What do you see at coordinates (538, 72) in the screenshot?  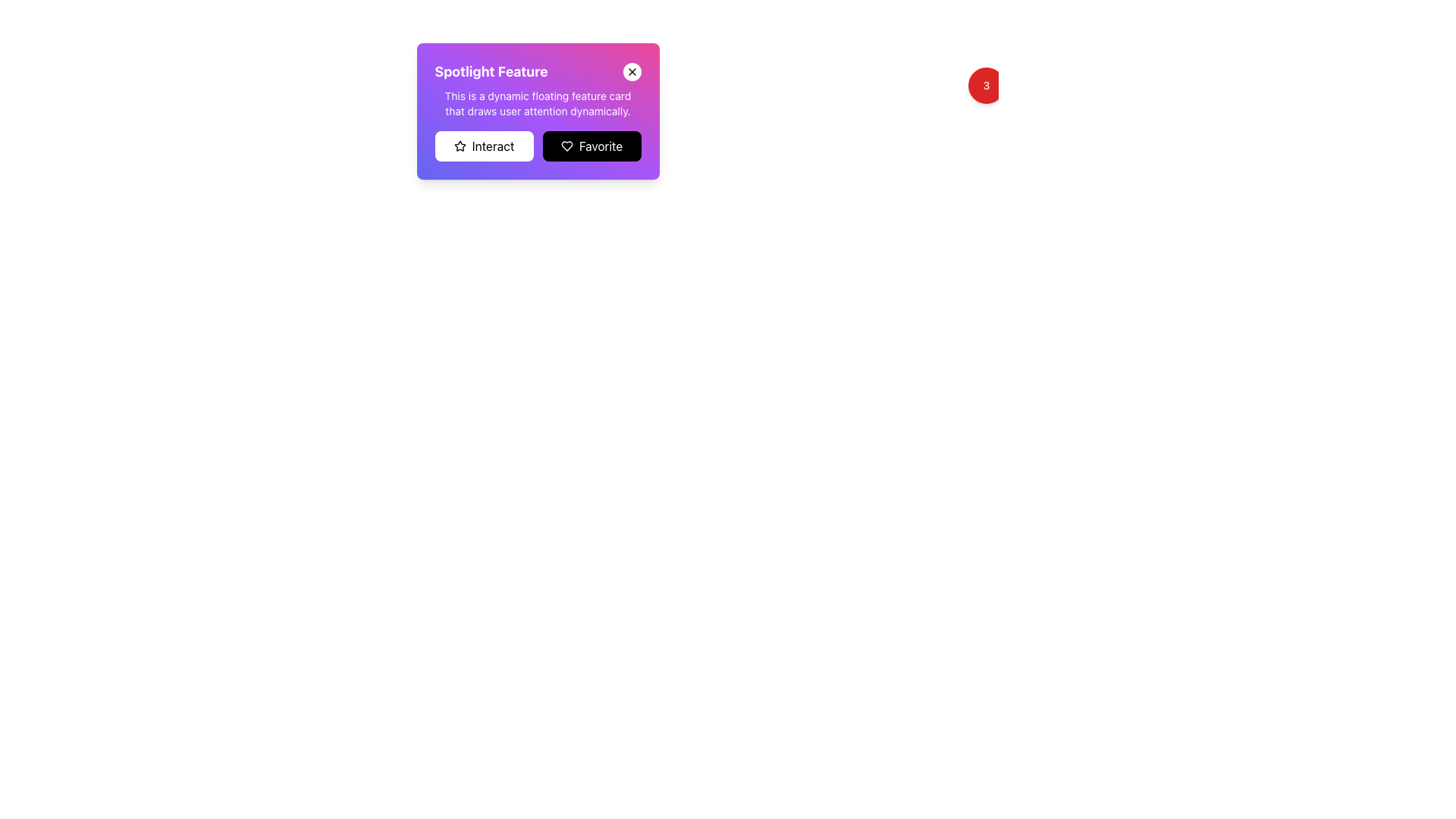 I see `the header section labeled 'Spotlight Feature', which is styled with a bold and large font at the top of a gradient background card` at bounding box center [538, 72].